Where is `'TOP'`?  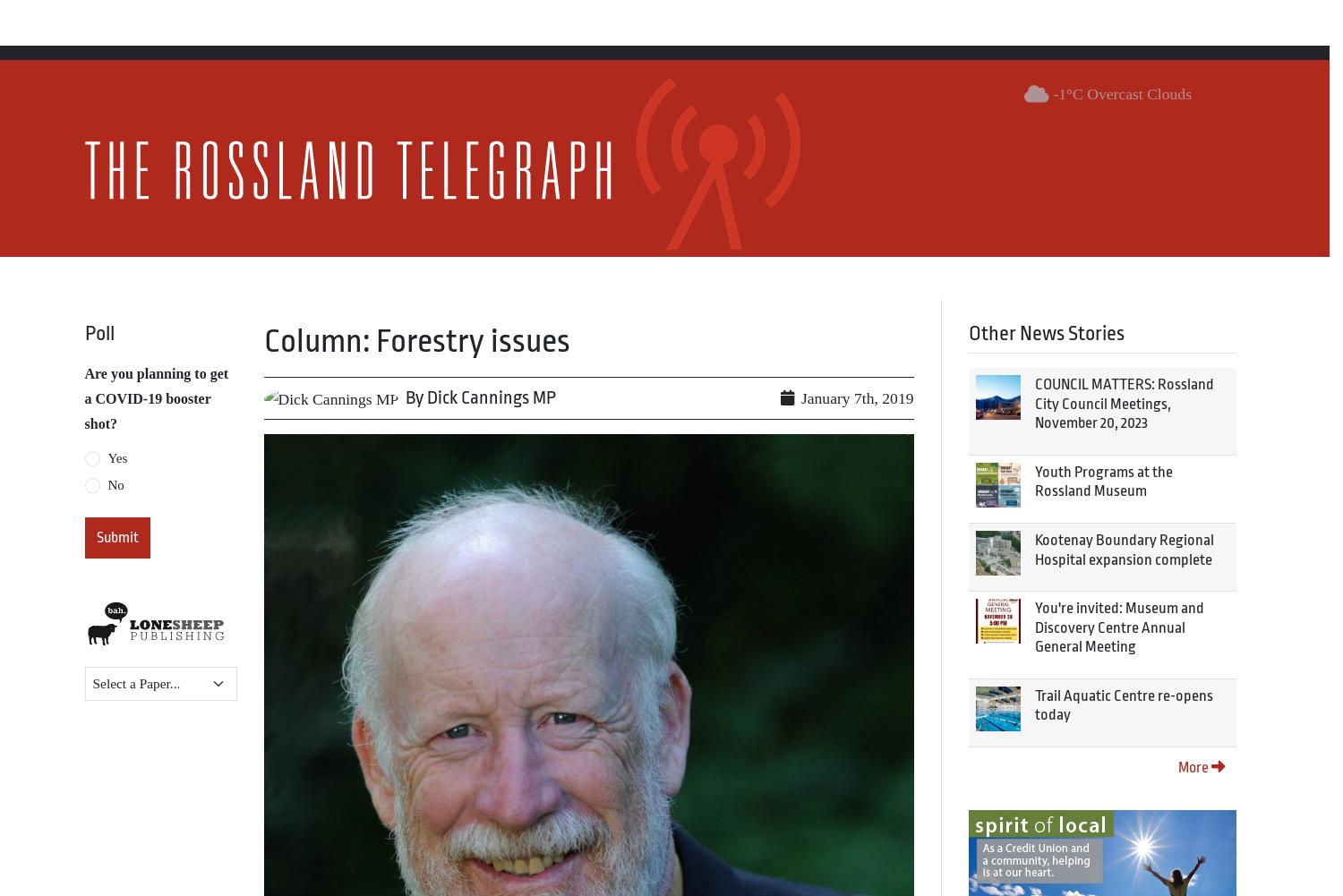
'TOP' is located at coordinates (1292, 853).